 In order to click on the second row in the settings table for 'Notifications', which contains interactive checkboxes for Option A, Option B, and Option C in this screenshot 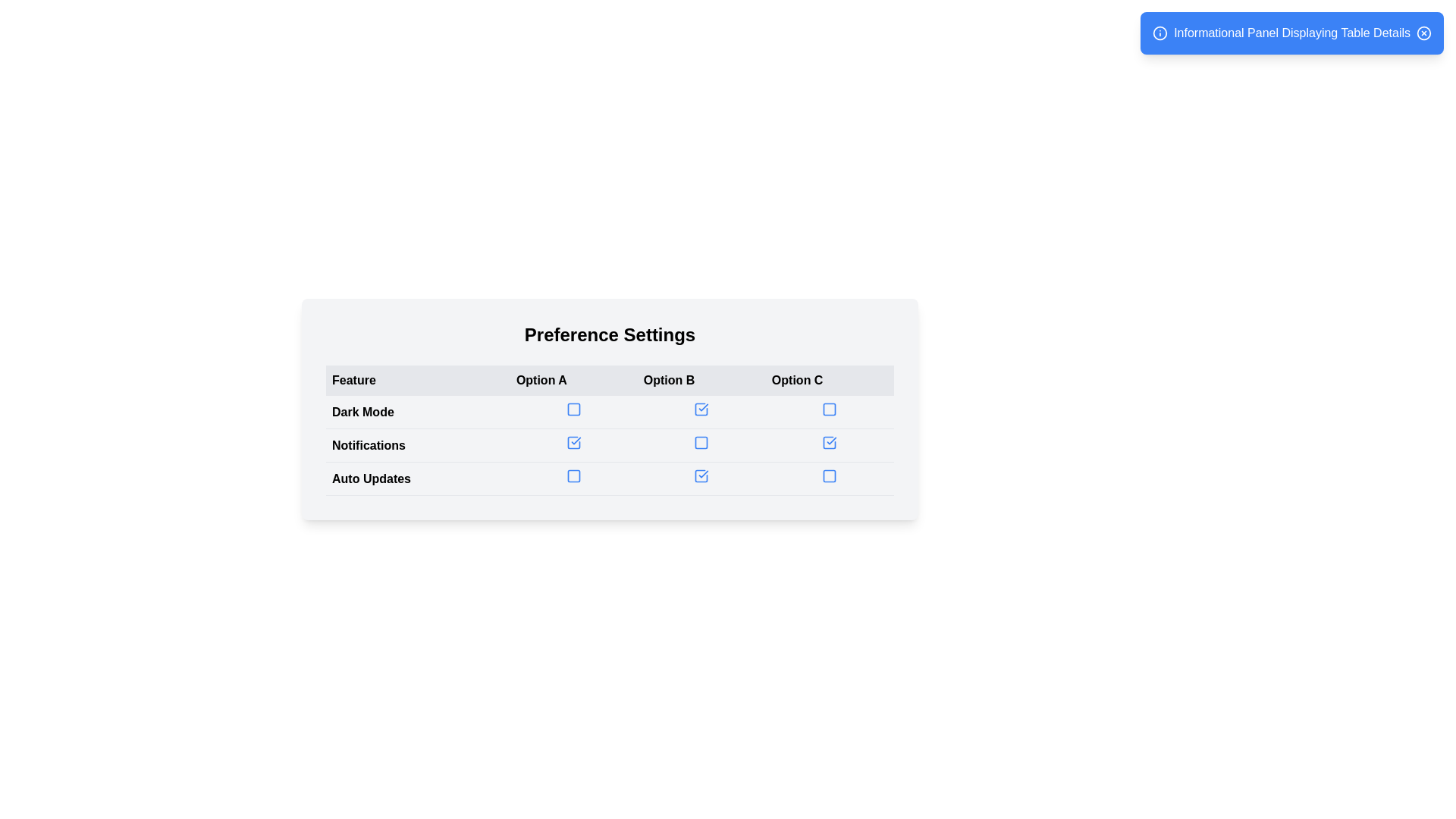, I will do `click(610, 444)`.